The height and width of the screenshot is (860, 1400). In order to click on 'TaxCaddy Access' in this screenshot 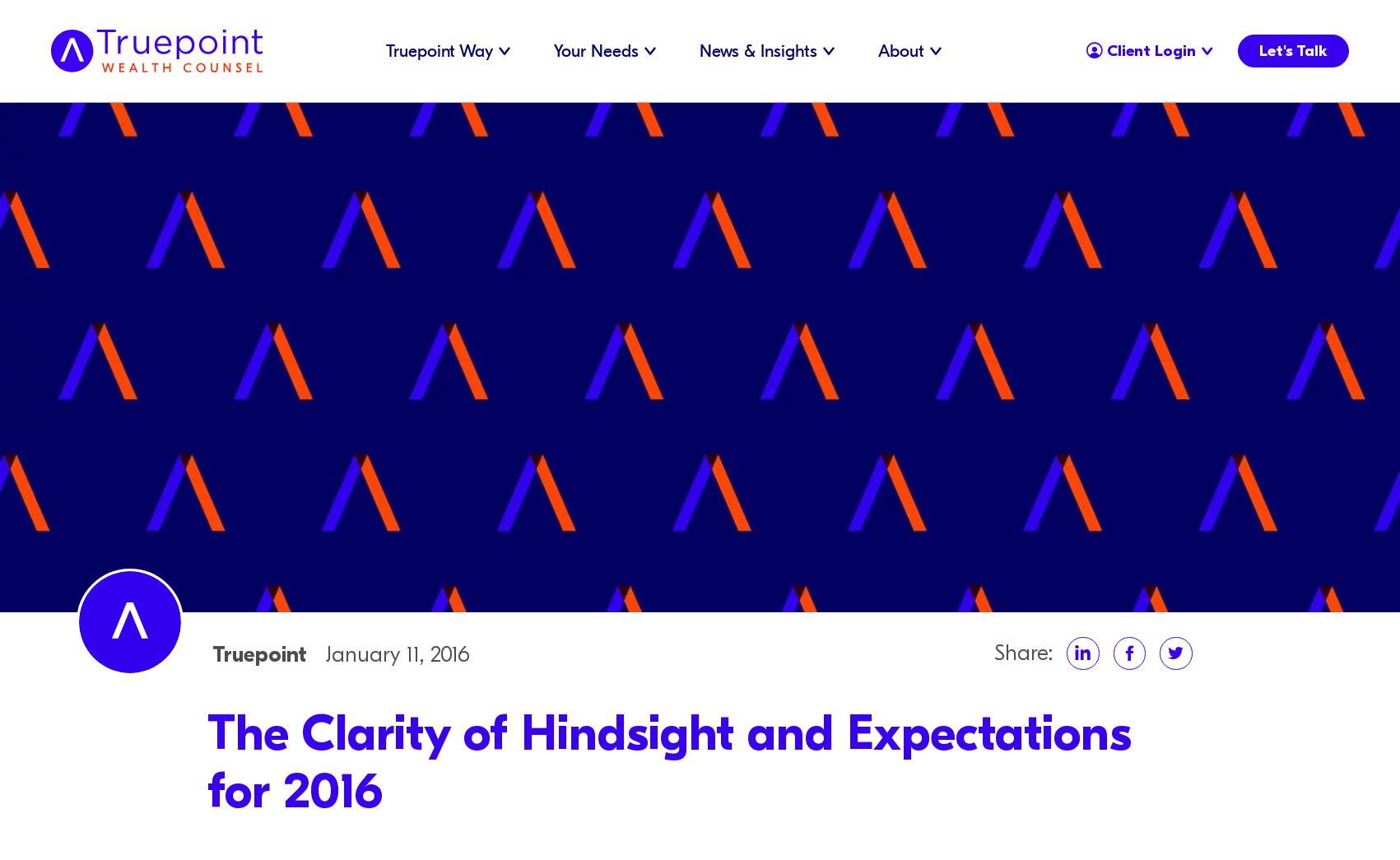, I will do `click(1075, 43)`.